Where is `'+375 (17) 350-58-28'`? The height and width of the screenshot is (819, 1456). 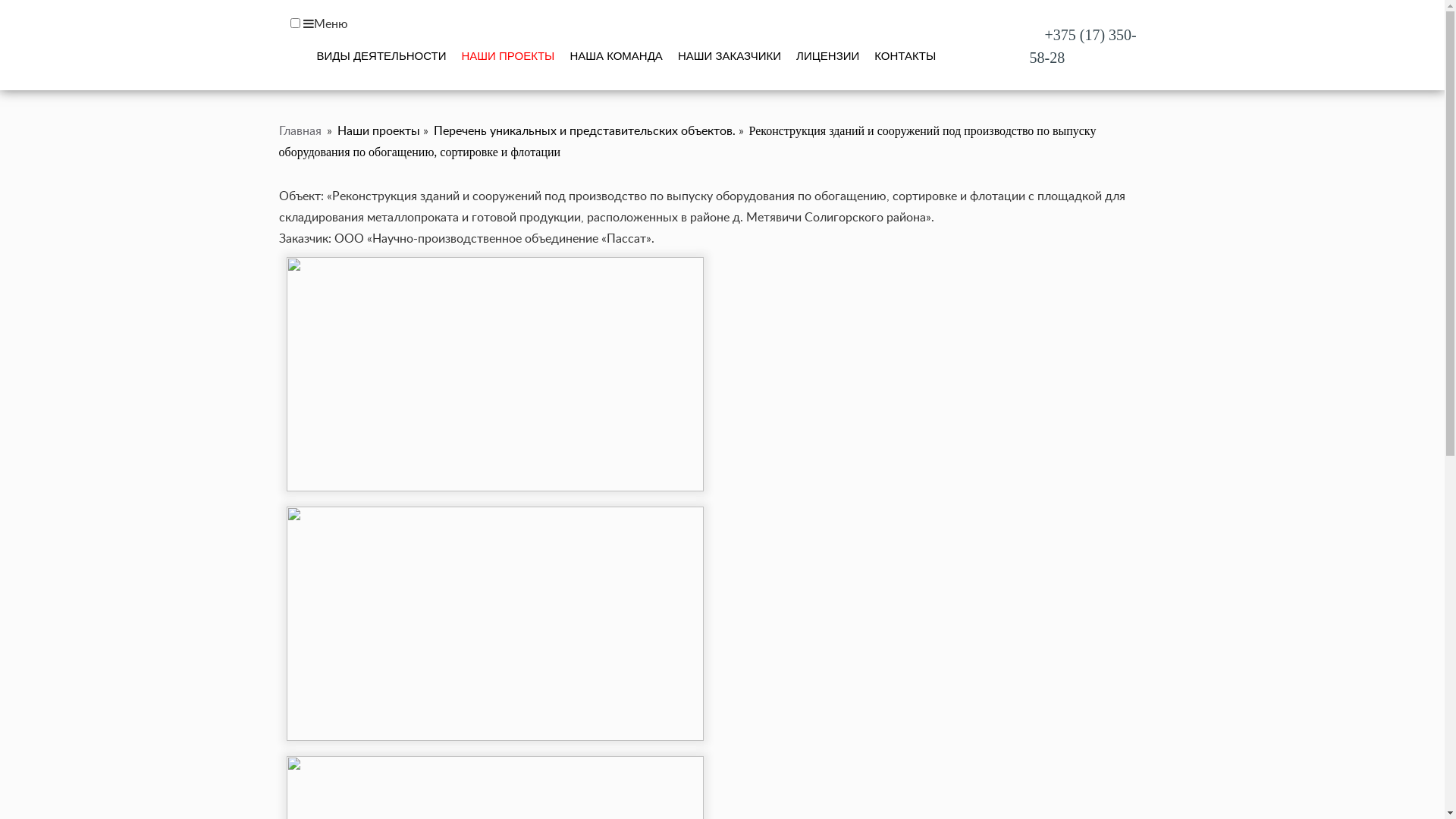
'+375 (17) 350-58-28' is located at coordinates (1082, 45).